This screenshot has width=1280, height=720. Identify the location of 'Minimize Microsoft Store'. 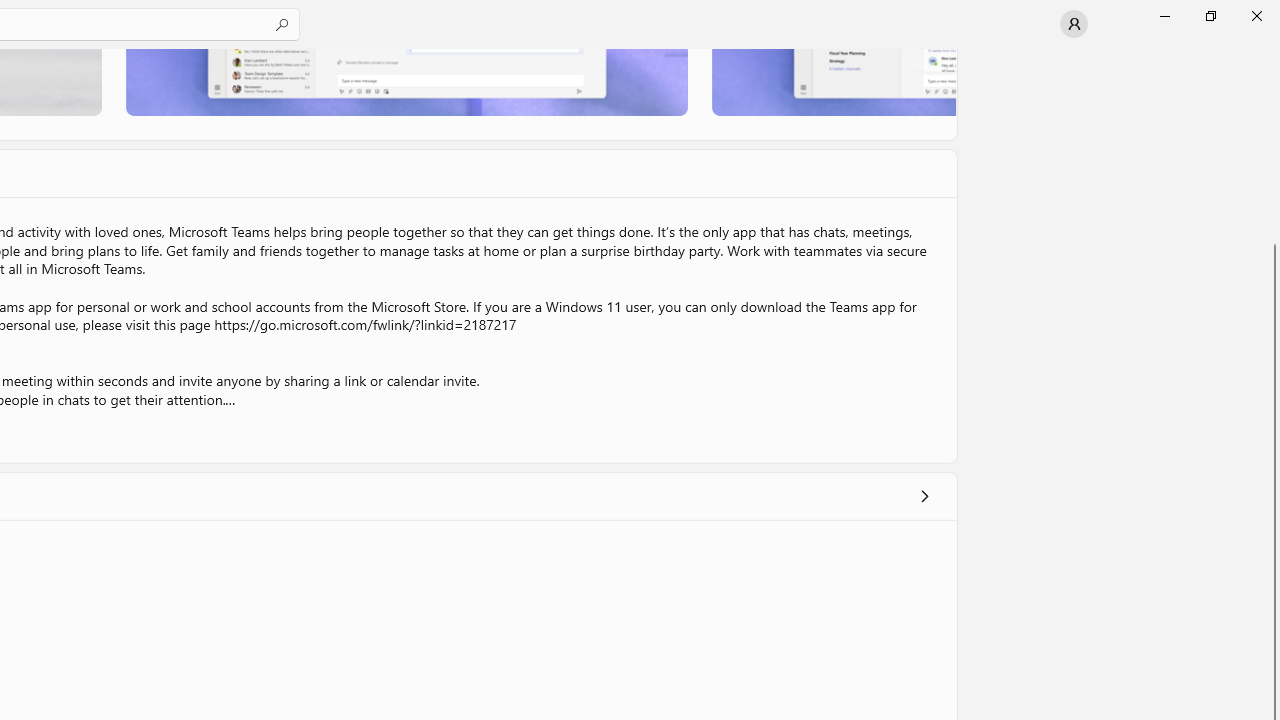
(1164, 15).